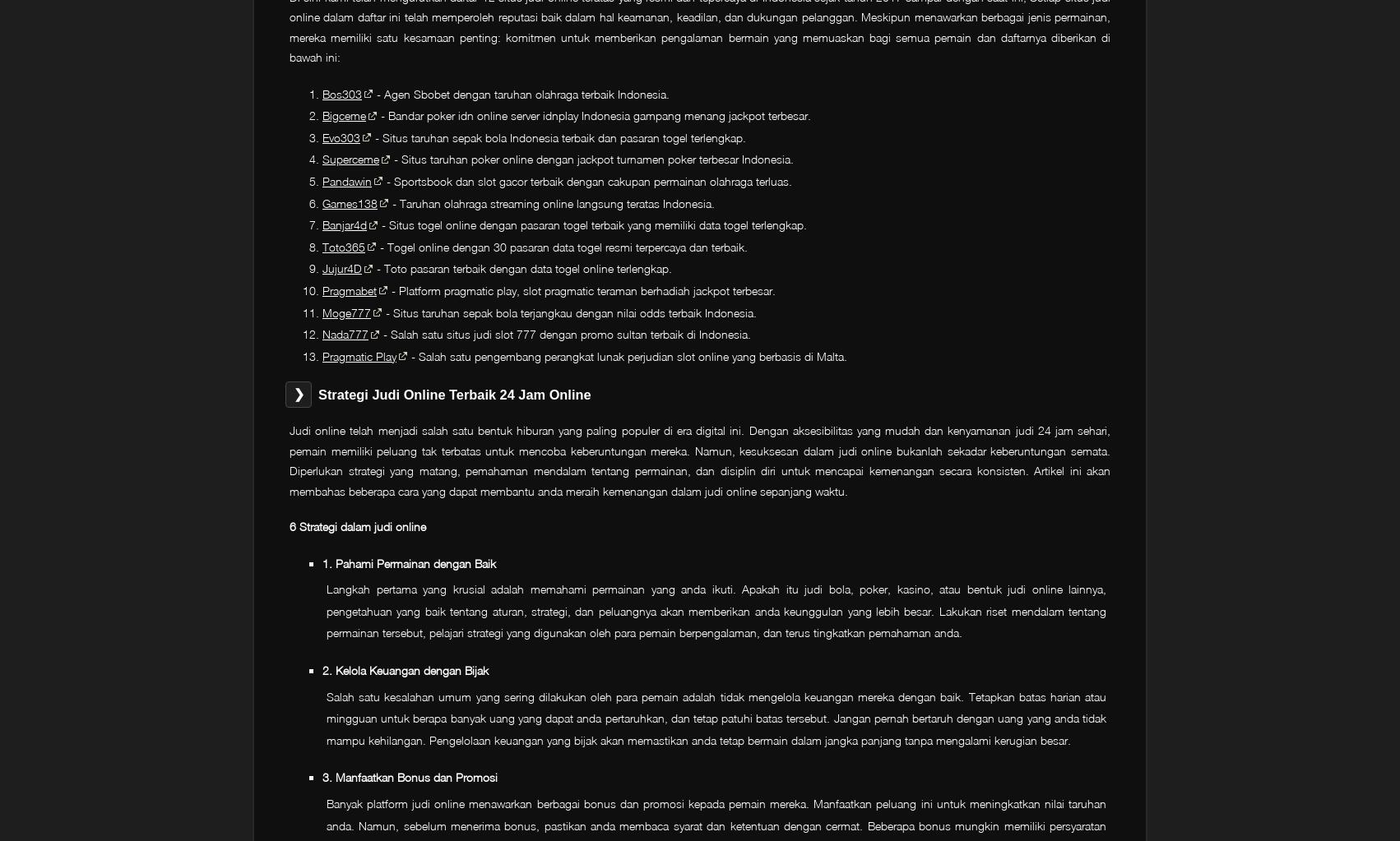  Describe the element at coordinates (322, 355) in the screenshot. I see `'Pragmatic Play'` at that location.